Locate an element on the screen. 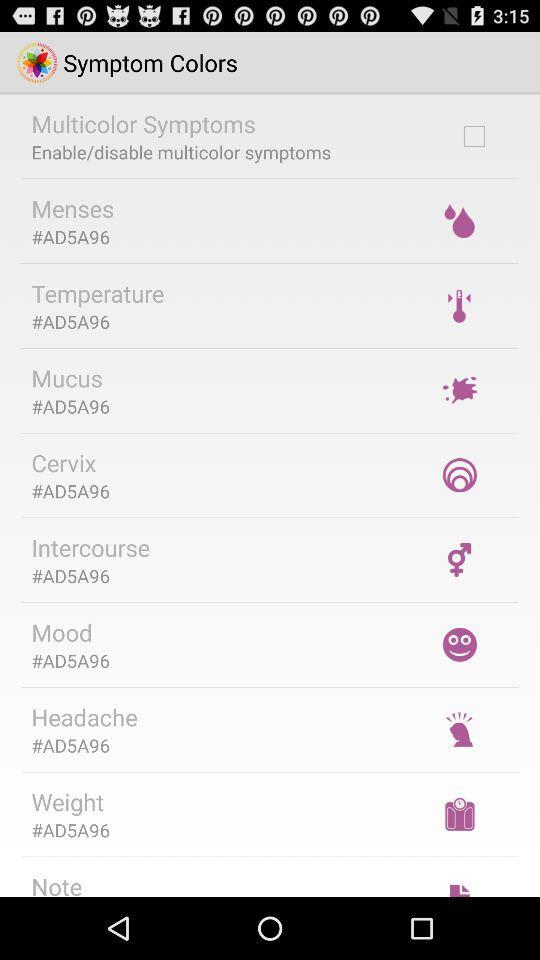 The width and height of the screenshot is (540, 960). temperature item is located at coordinates (96, 292).